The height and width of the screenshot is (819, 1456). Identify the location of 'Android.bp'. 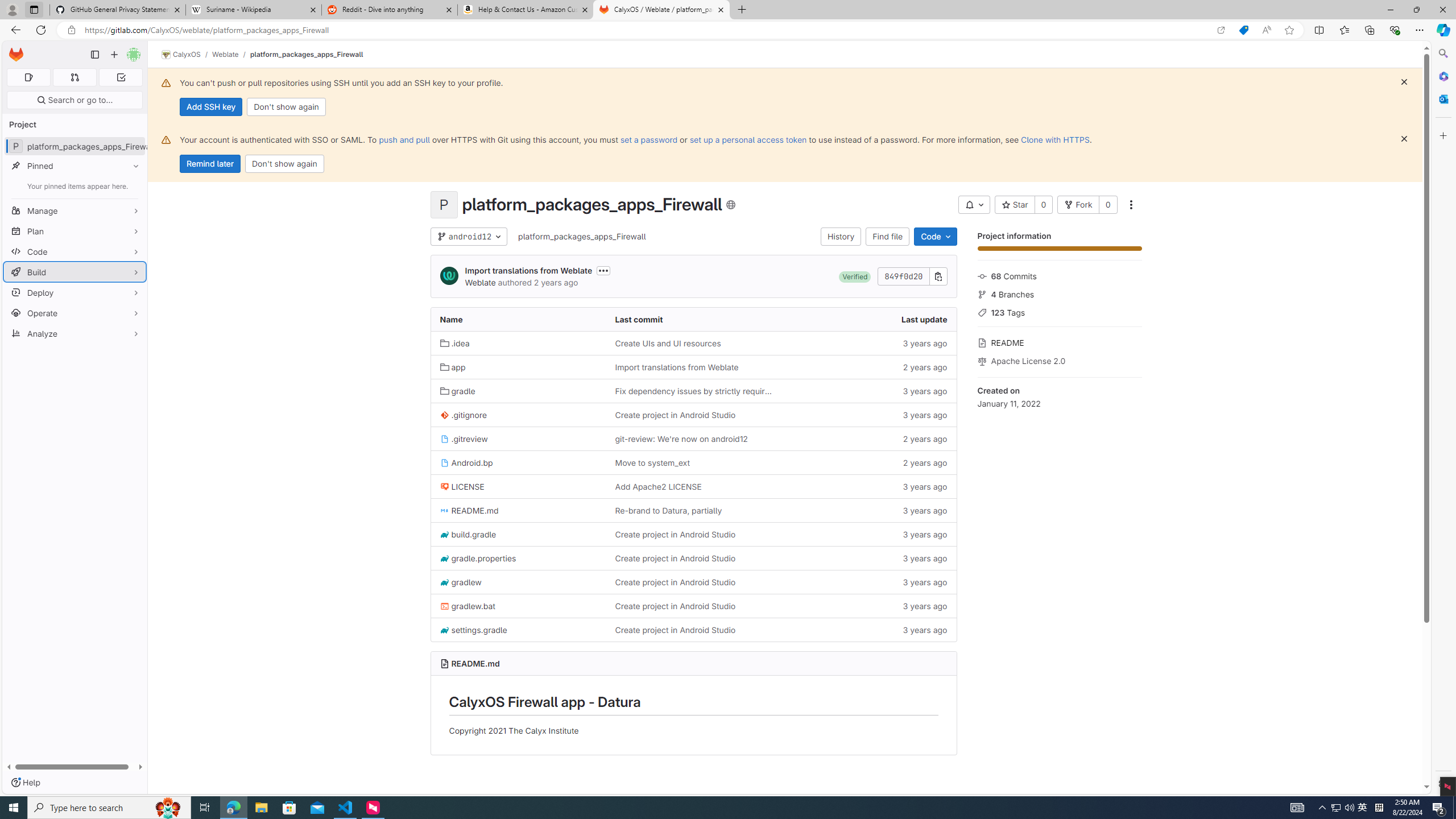
(466, 462).